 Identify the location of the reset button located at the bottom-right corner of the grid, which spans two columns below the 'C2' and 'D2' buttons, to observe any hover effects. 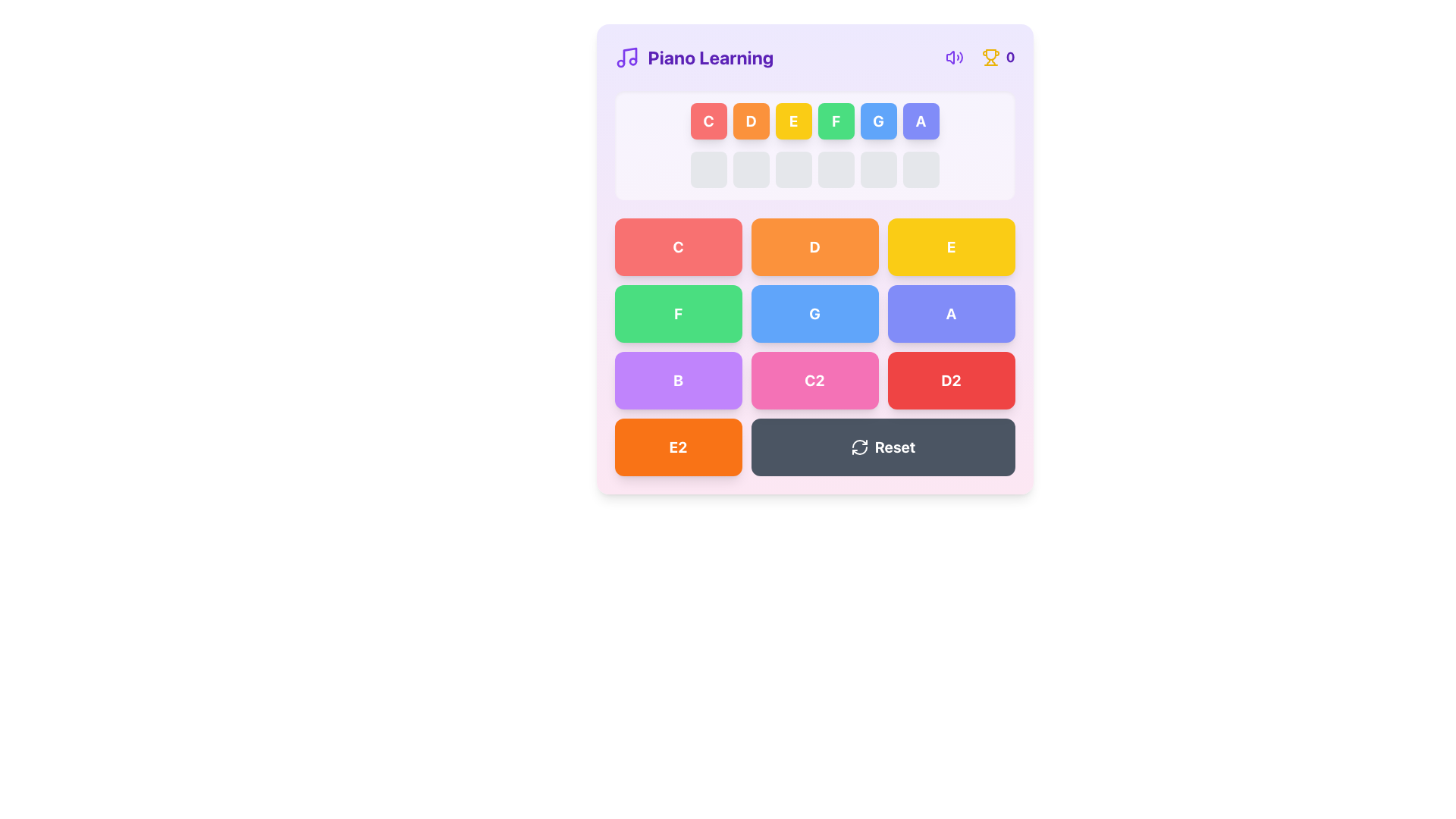
(883, 447).